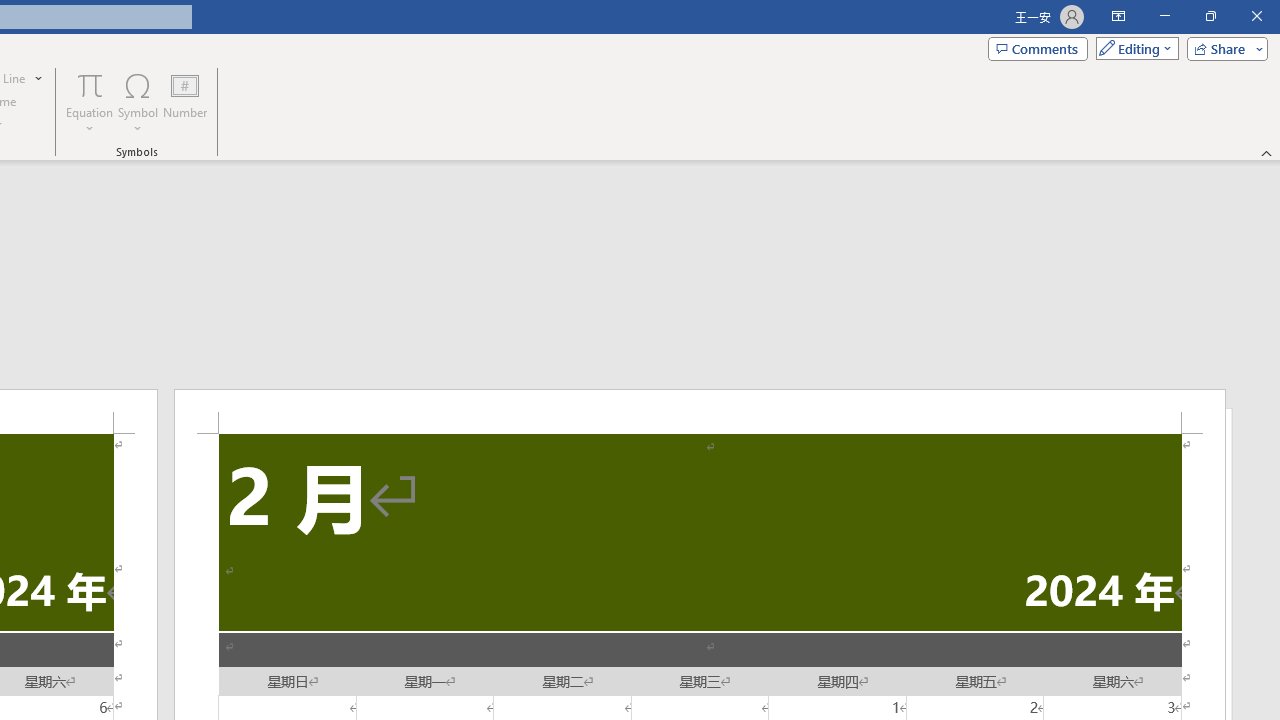  Describe the element at coordinates (89, 103) in the screenshot. I see `'Equation'` at that location.